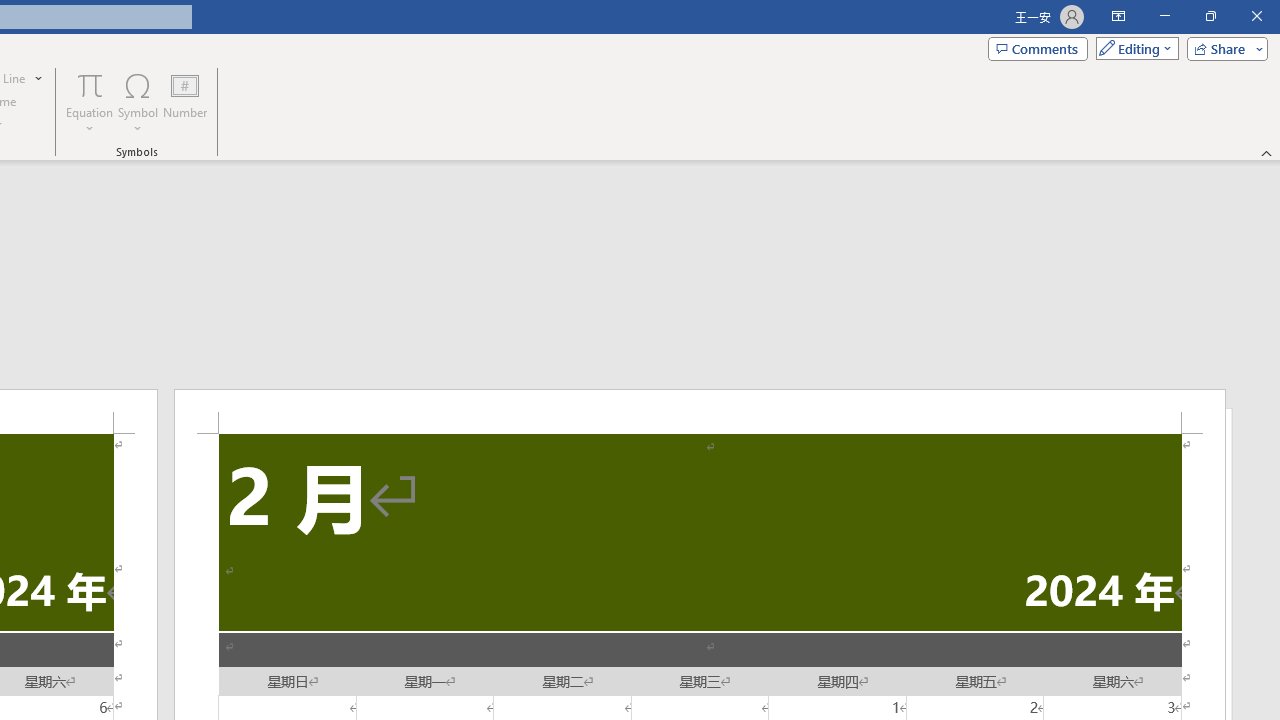  Describe the element at coordinates (89, 103) in the screenshot. I see `'Equation'` at that location.